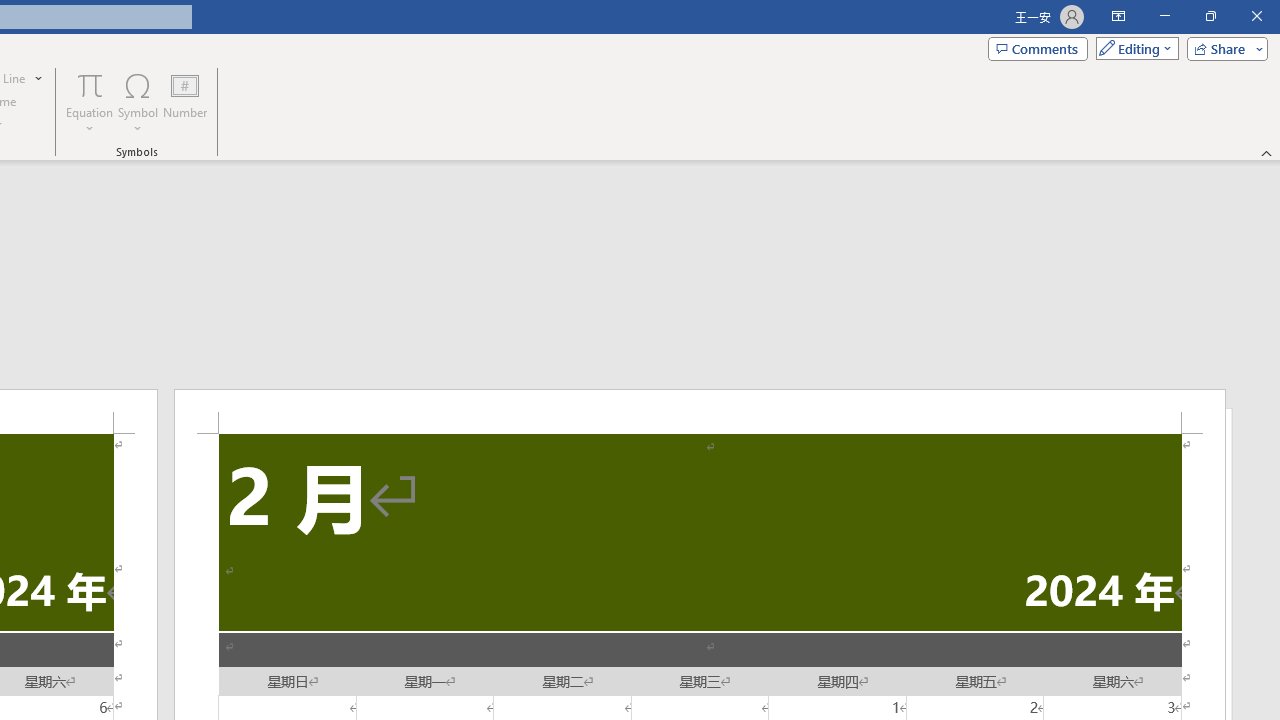  Describe the element at coordinates (89, 103) in the screenshot. I see `'Equation'` at that location.